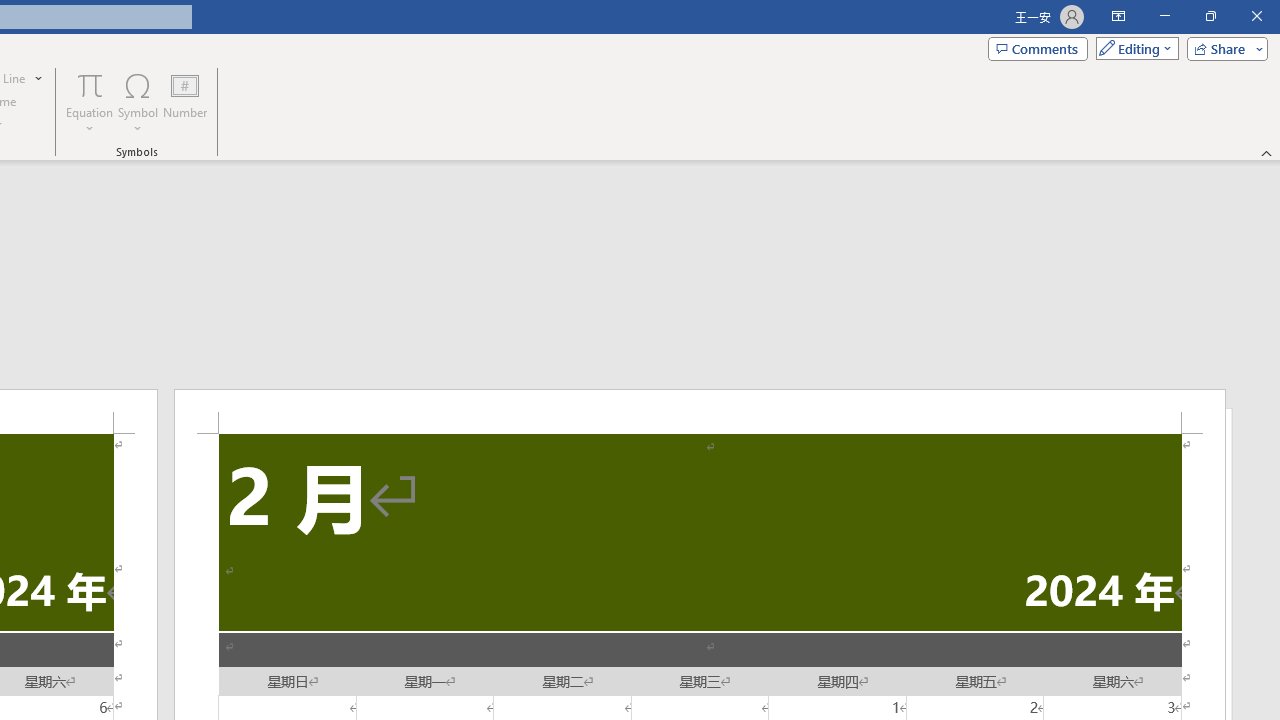  Describe the element at coordinates (89, 103) in the screenshot. I see `'Equation'` at that location.